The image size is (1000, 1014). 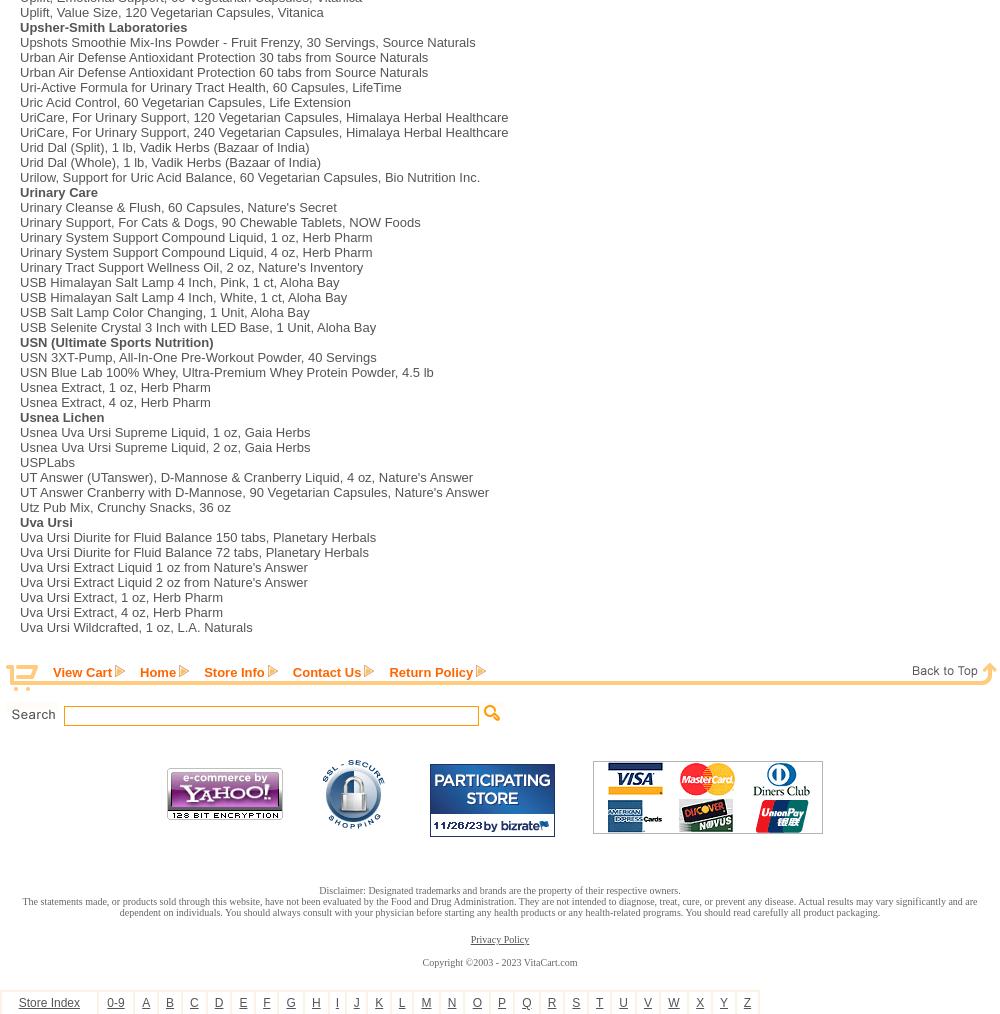 What do you see at coordinates (20, 551) in the screenshot?
I see `'Uva Ursi Diurite for Fluid Balance 72 tabs, Planetary Herbals'` at bounding box center [20, 551].